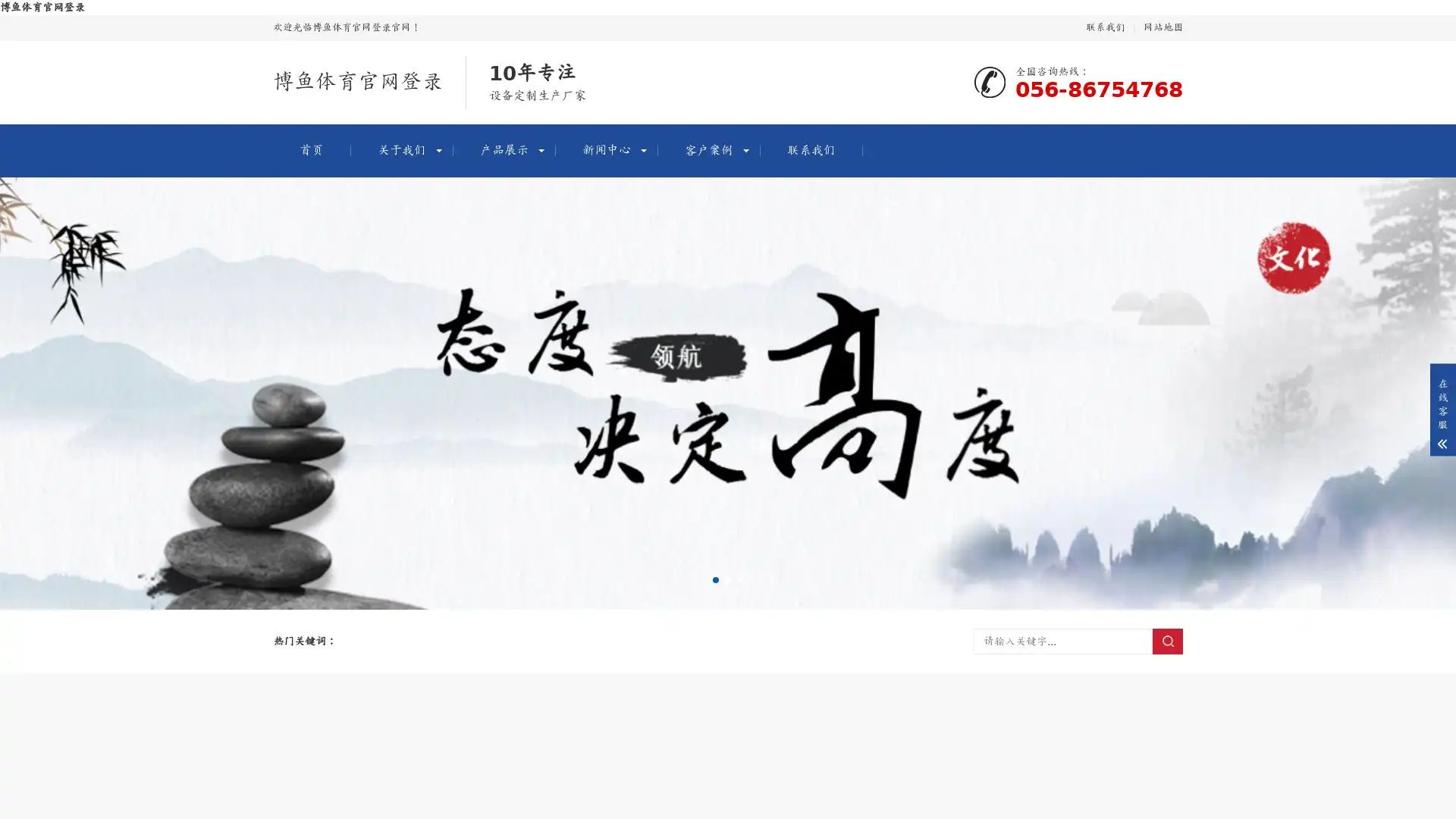 Image resolution: width=1456 pixels, height=819 pixels. I want to click on Go to slide 1, so click(715, 579).